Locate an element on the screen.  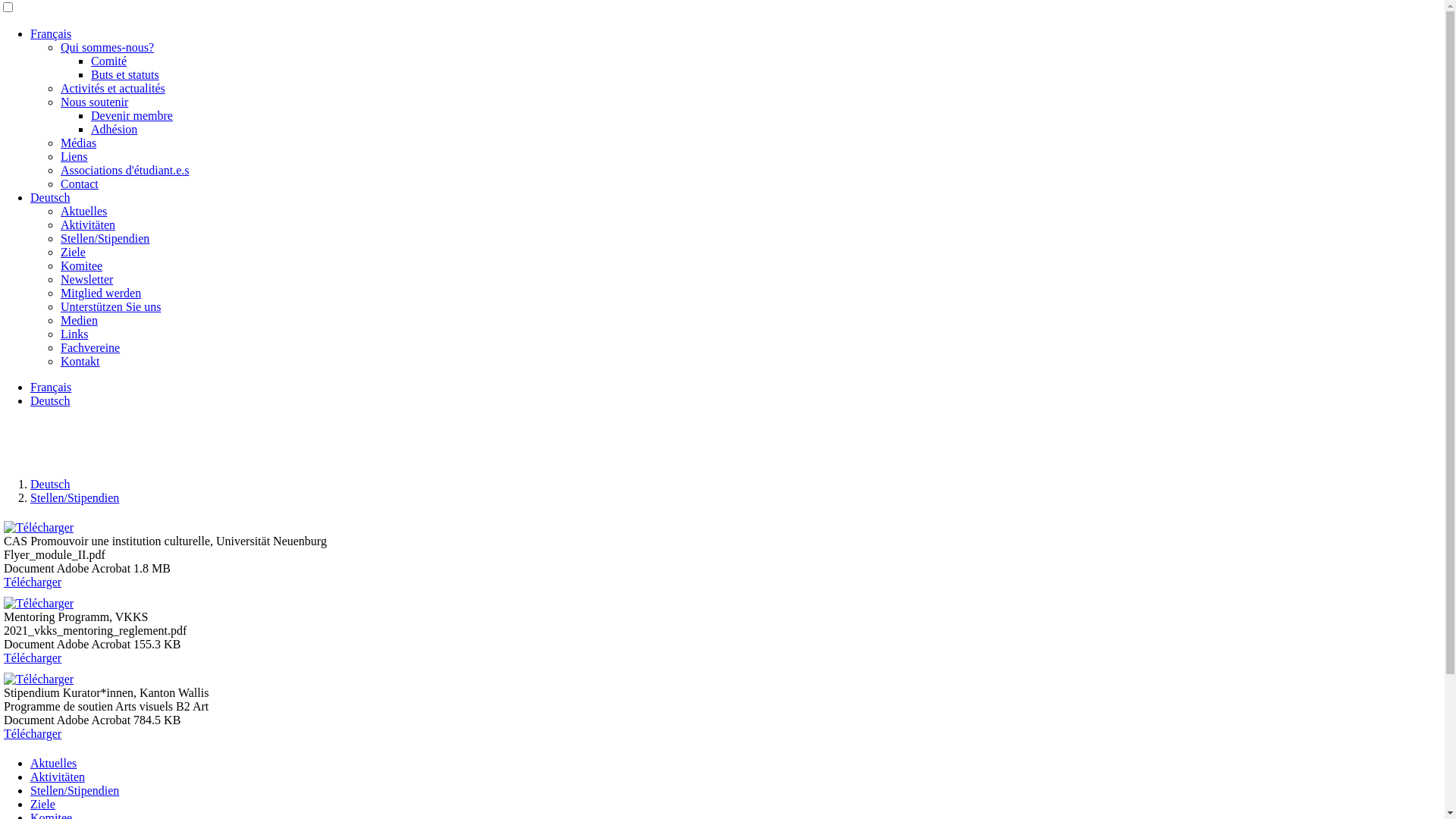
'Buts et statuts' is located at coordinates (90, 74).